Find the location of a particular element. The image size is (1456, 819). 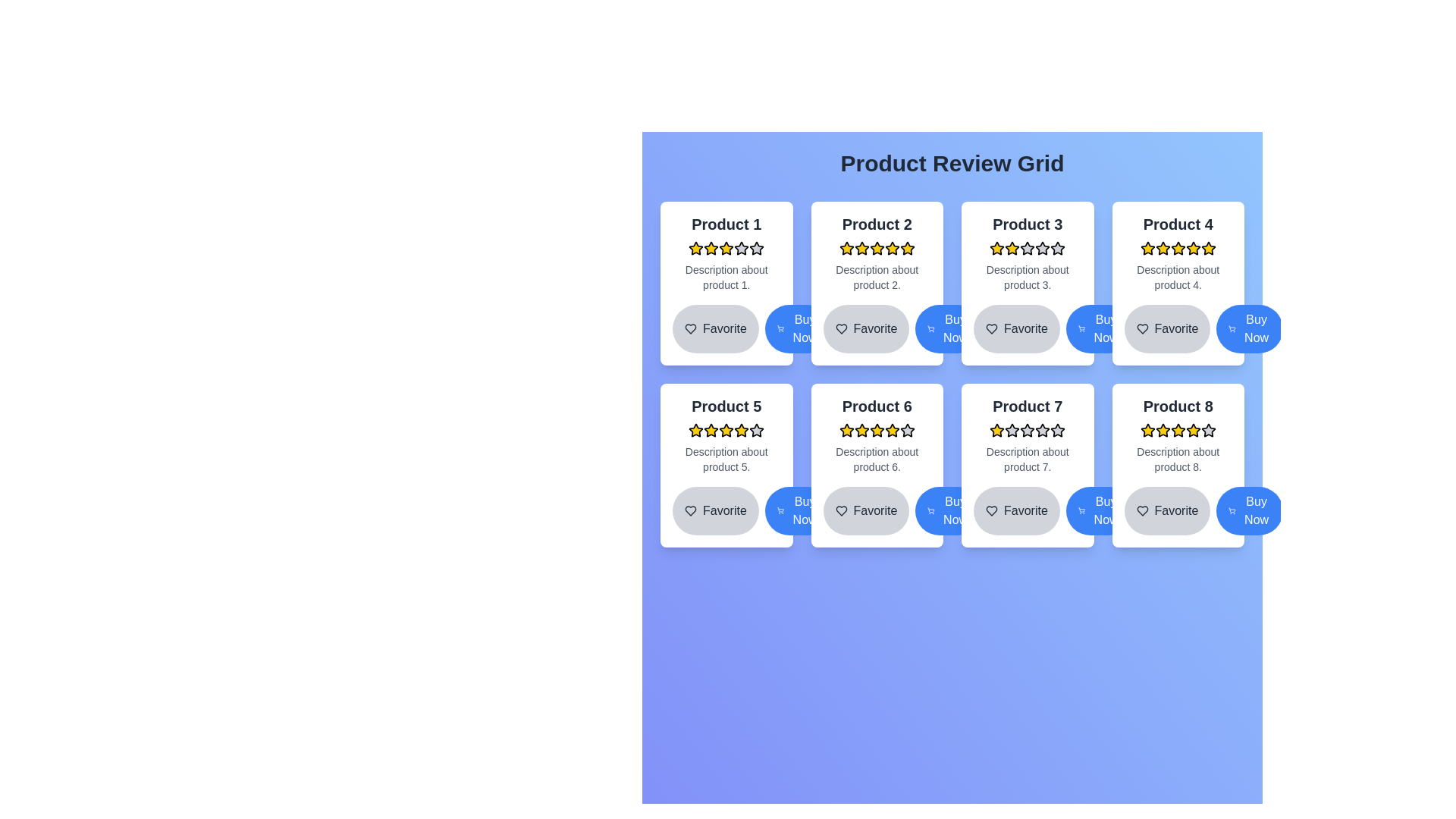

the product title label located at the center of the sixth item in the grid layout, which is positioned above the yellow star rating icons is located at coordinates (877, 406).